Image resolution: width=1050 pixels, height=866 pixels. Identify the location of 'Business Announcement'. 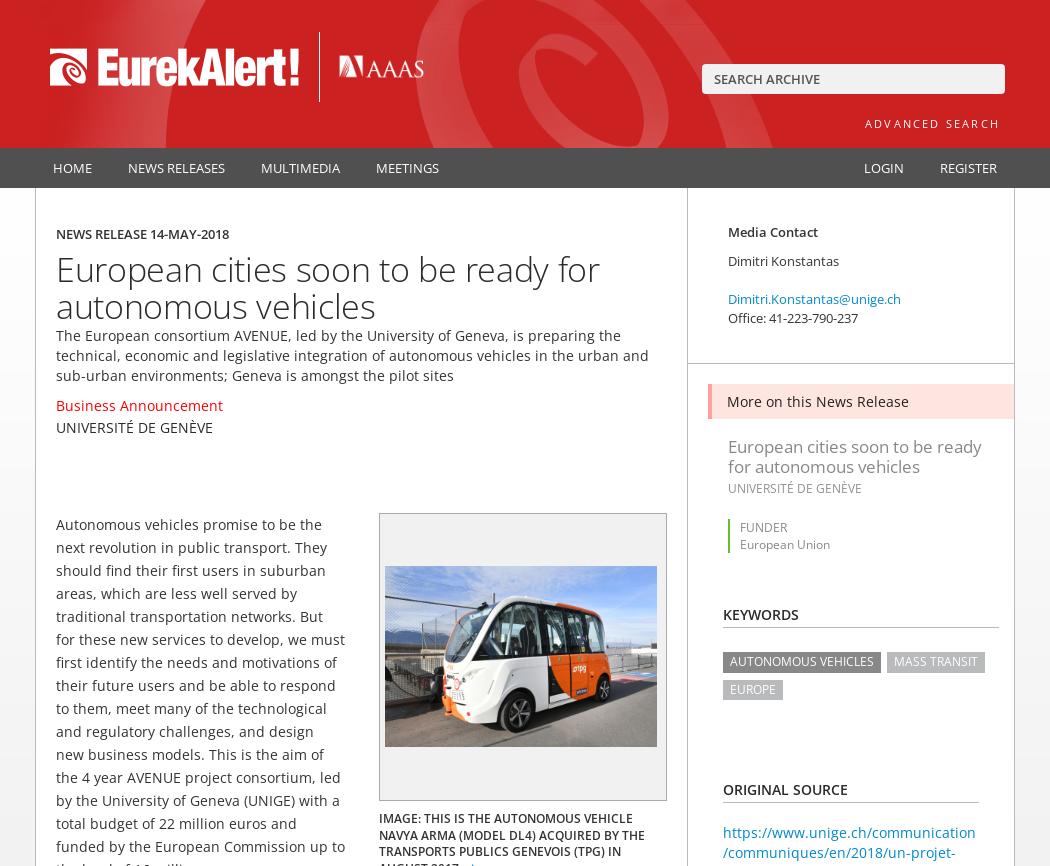
(138, 403).